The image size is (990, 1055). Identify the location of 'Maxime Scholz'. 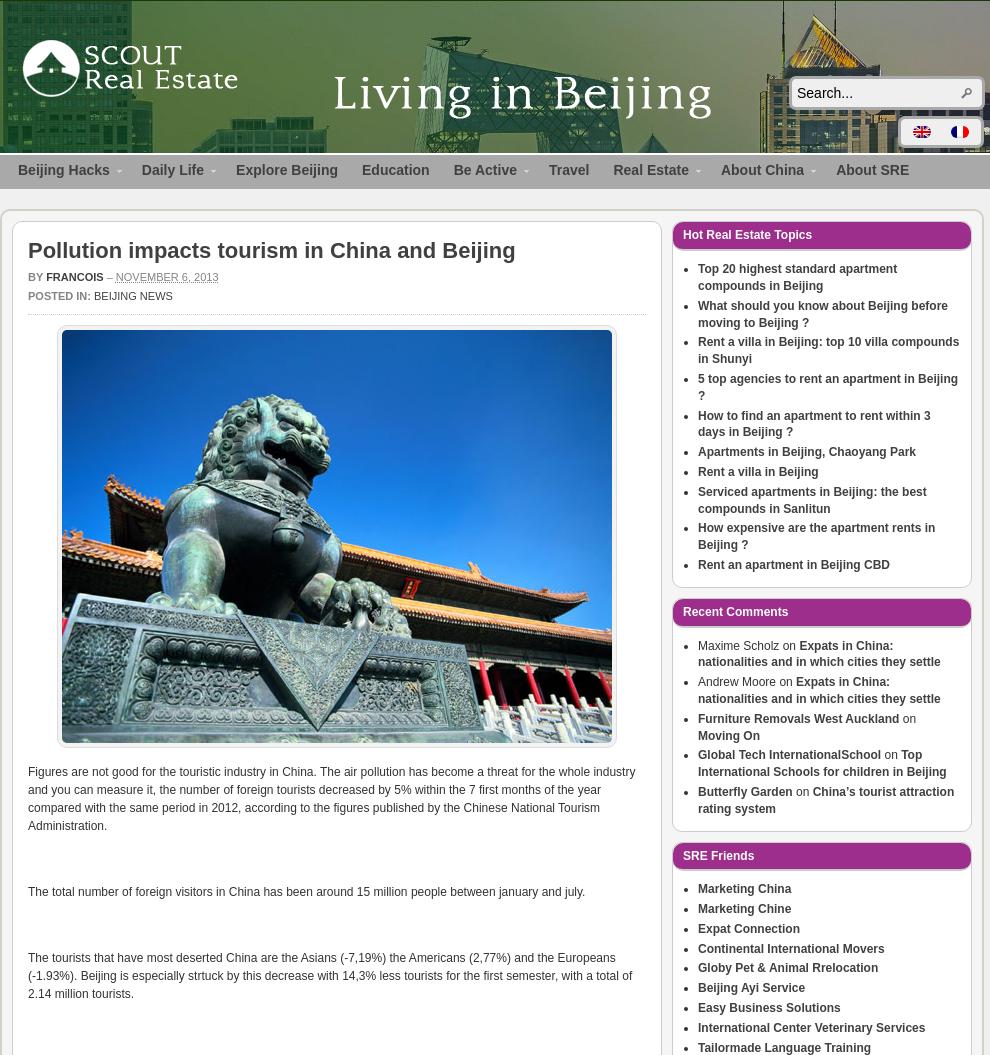
(697, 645).